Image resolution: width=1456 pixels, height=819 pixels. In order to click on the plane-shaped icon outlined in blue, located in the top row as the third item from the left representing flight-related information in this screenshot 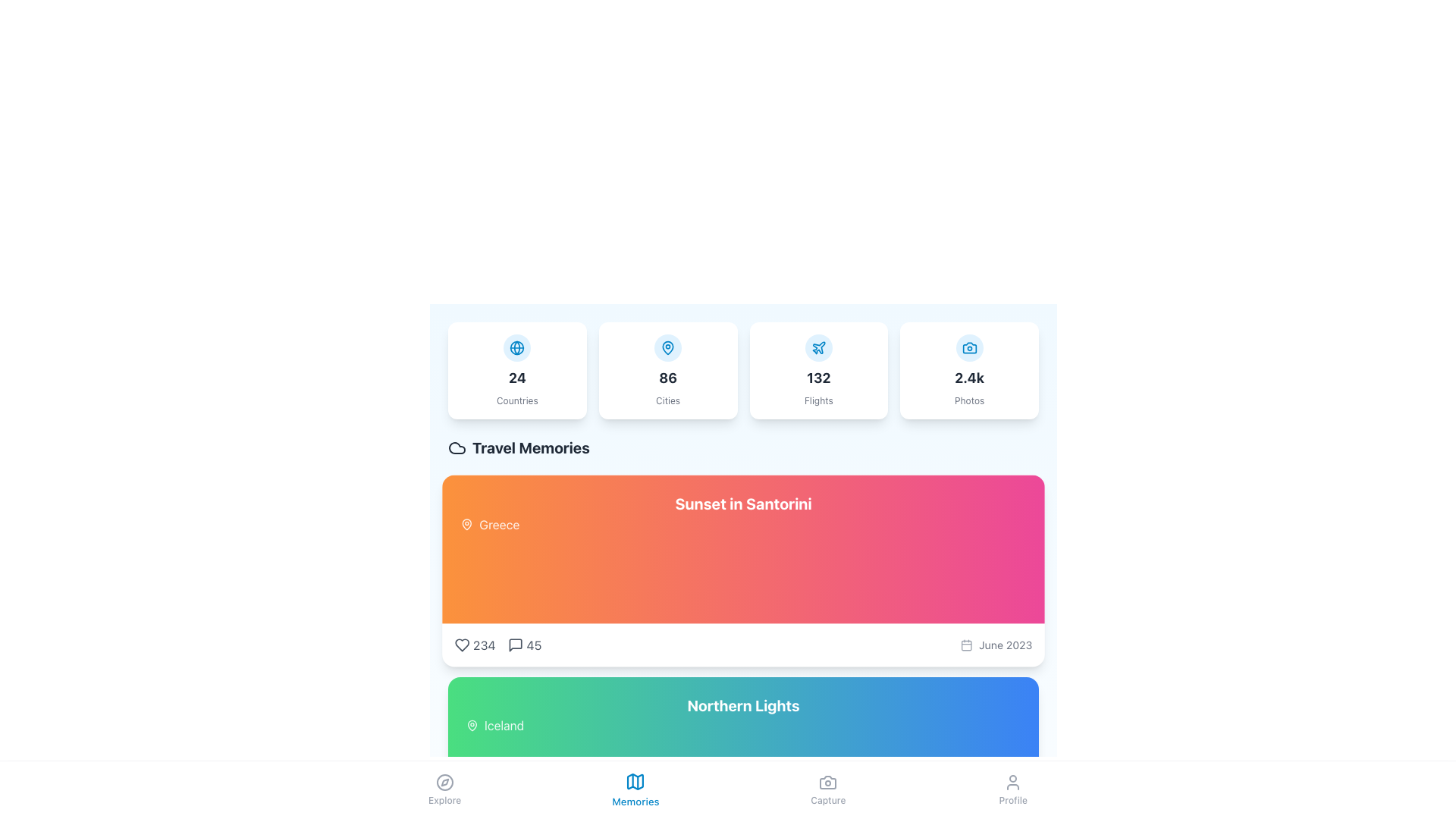, I will do `click(817, 348)`.